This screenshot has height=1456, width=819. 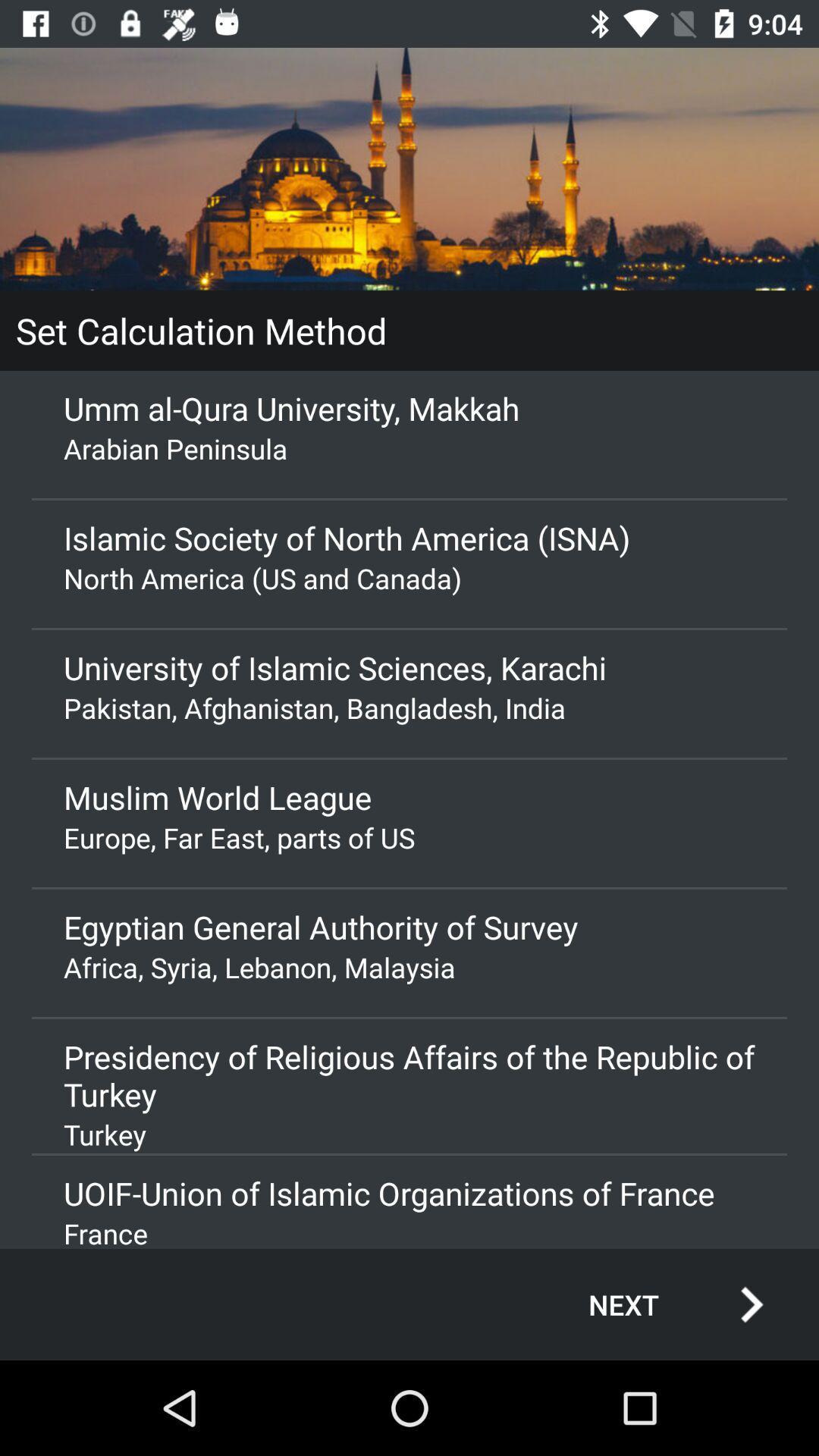 What do you see at coordinates (409, 447) in the screenshot?
I see `the app below the umm al qura app` at bounding box center [409, 447].